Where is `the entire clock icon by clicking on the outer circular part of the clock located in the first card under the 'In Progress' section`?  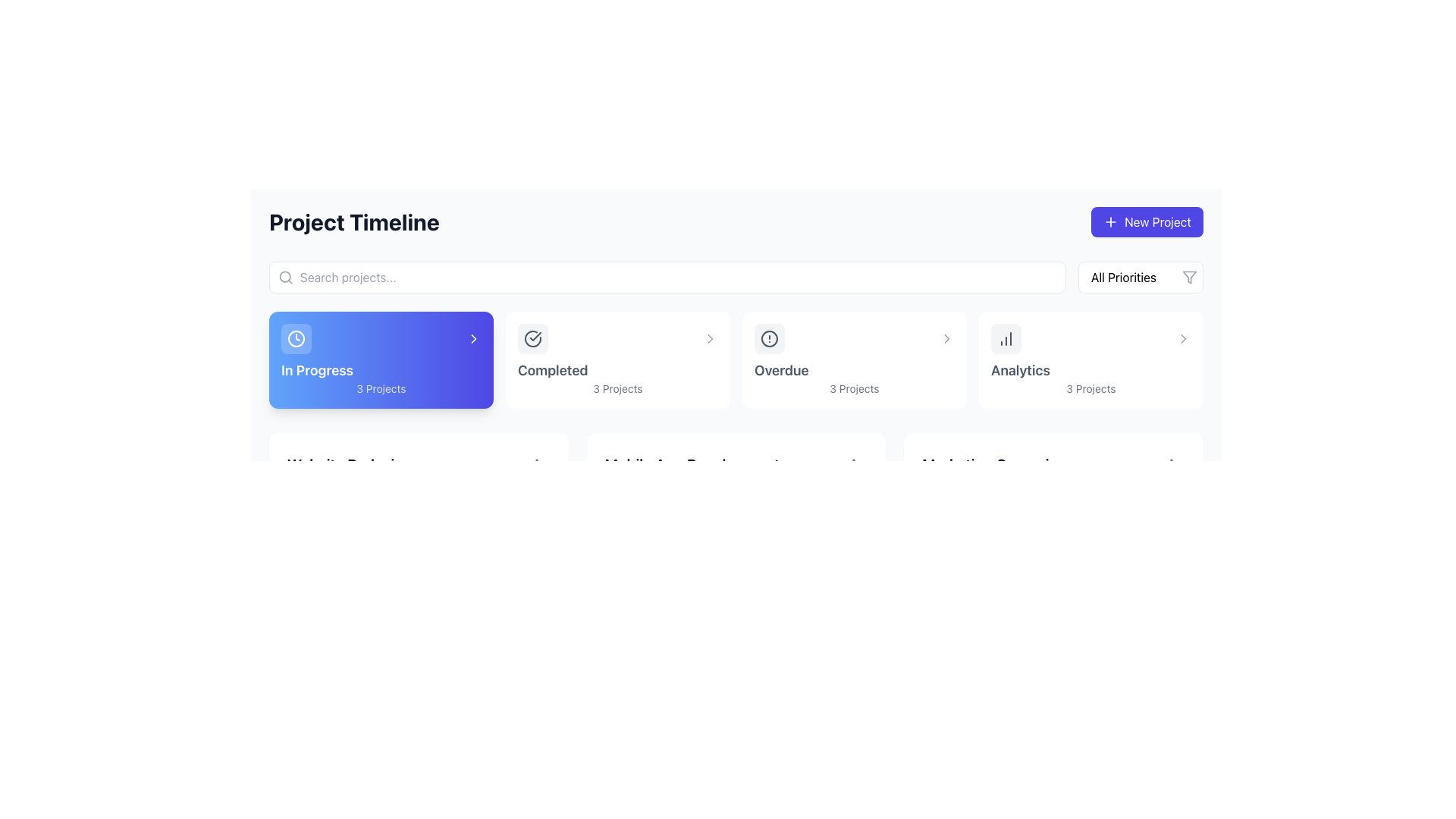 the entire clock icon by clicking on the outer circular part of the clock located in the first card under the 'In Progress' section is located at coordinates (296, 338).